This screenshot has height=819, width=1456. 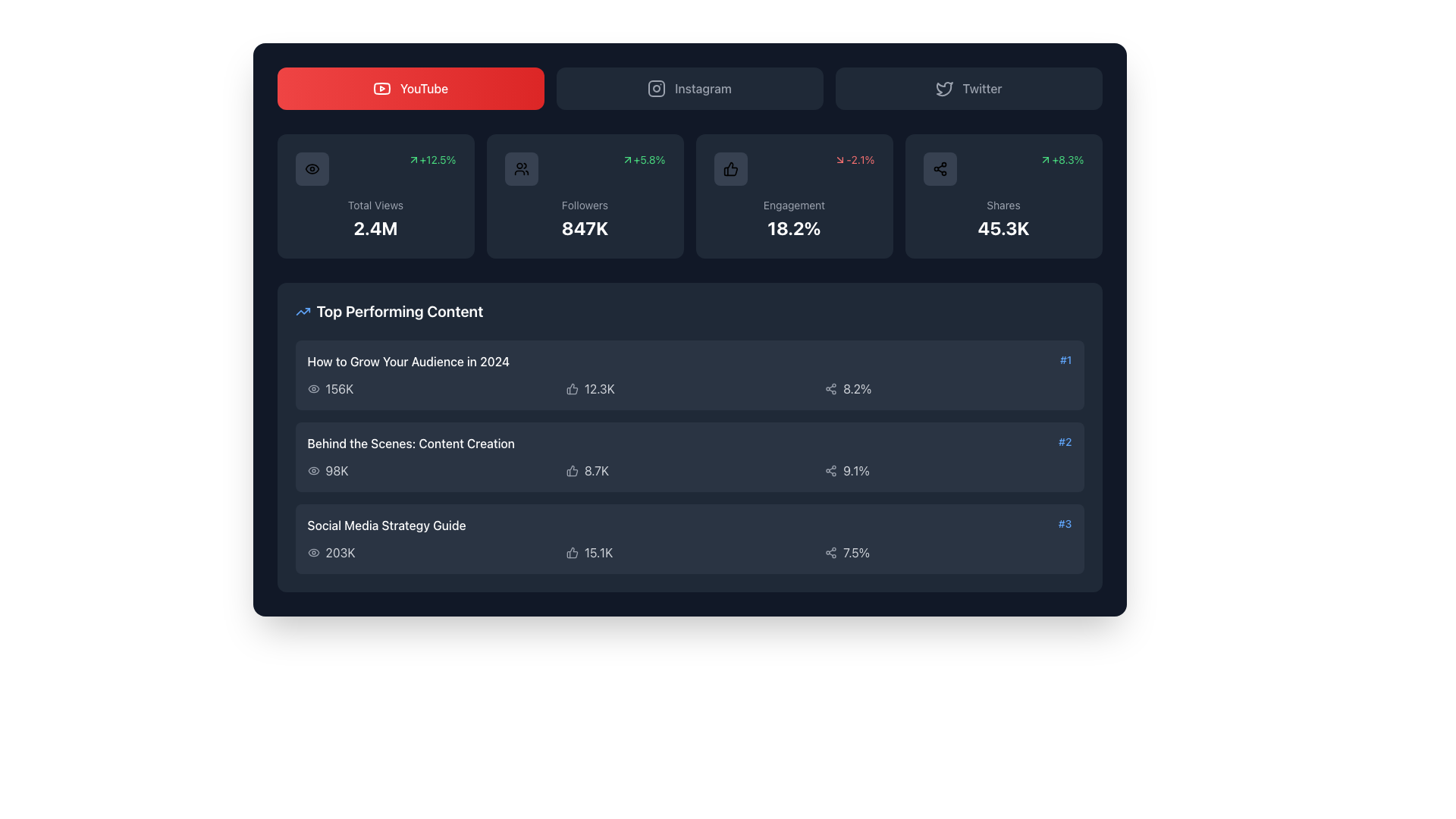 I want to click on the metric display element indicating engagement for 'How to Grow Your Audience in 2024', located in the 'Top Performing Content' section, specifically in the second column between '156K' and '8.2%', so click(x=689, y=388).